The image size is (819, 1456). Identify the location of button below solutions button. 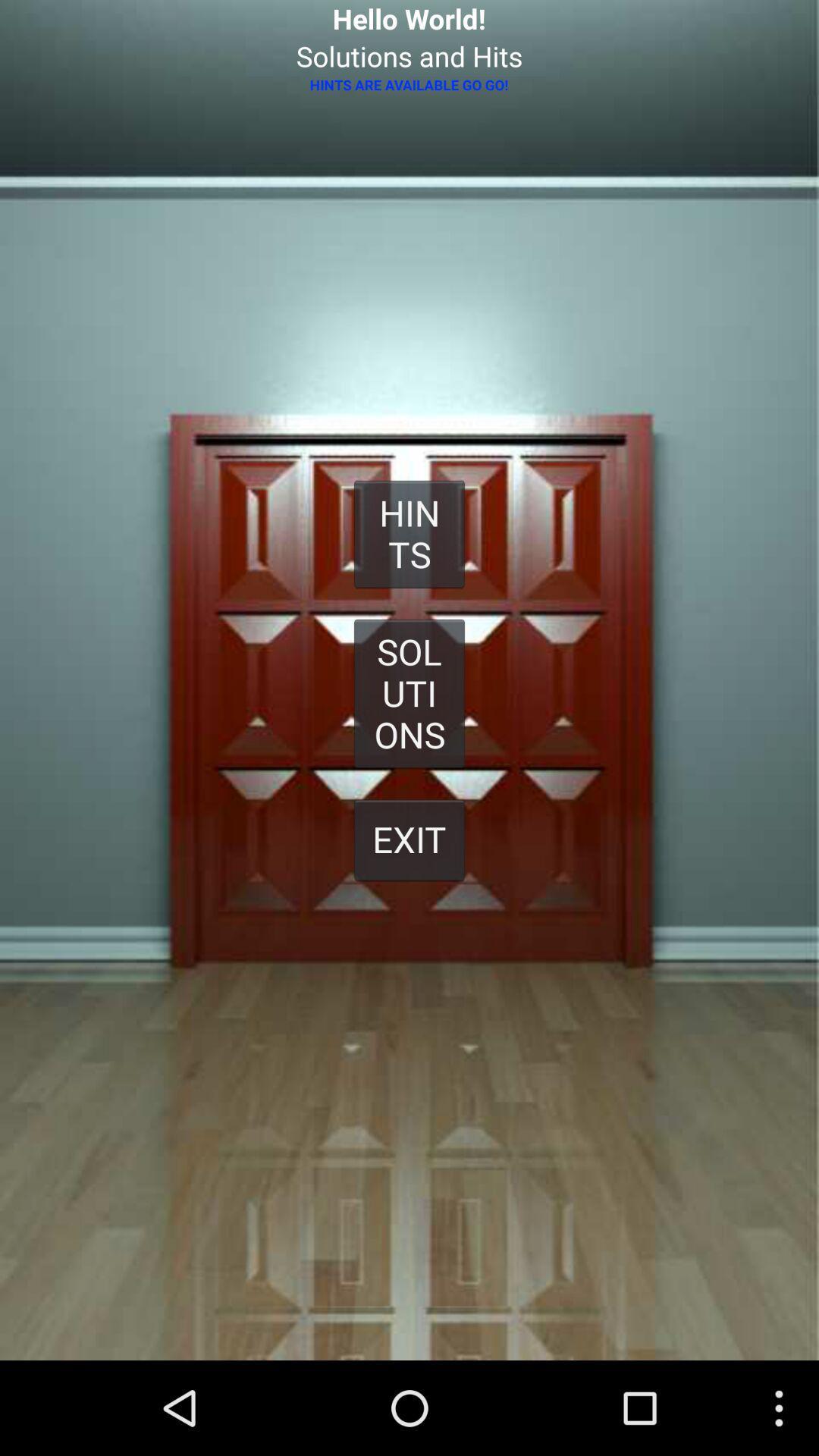
(409, 839).